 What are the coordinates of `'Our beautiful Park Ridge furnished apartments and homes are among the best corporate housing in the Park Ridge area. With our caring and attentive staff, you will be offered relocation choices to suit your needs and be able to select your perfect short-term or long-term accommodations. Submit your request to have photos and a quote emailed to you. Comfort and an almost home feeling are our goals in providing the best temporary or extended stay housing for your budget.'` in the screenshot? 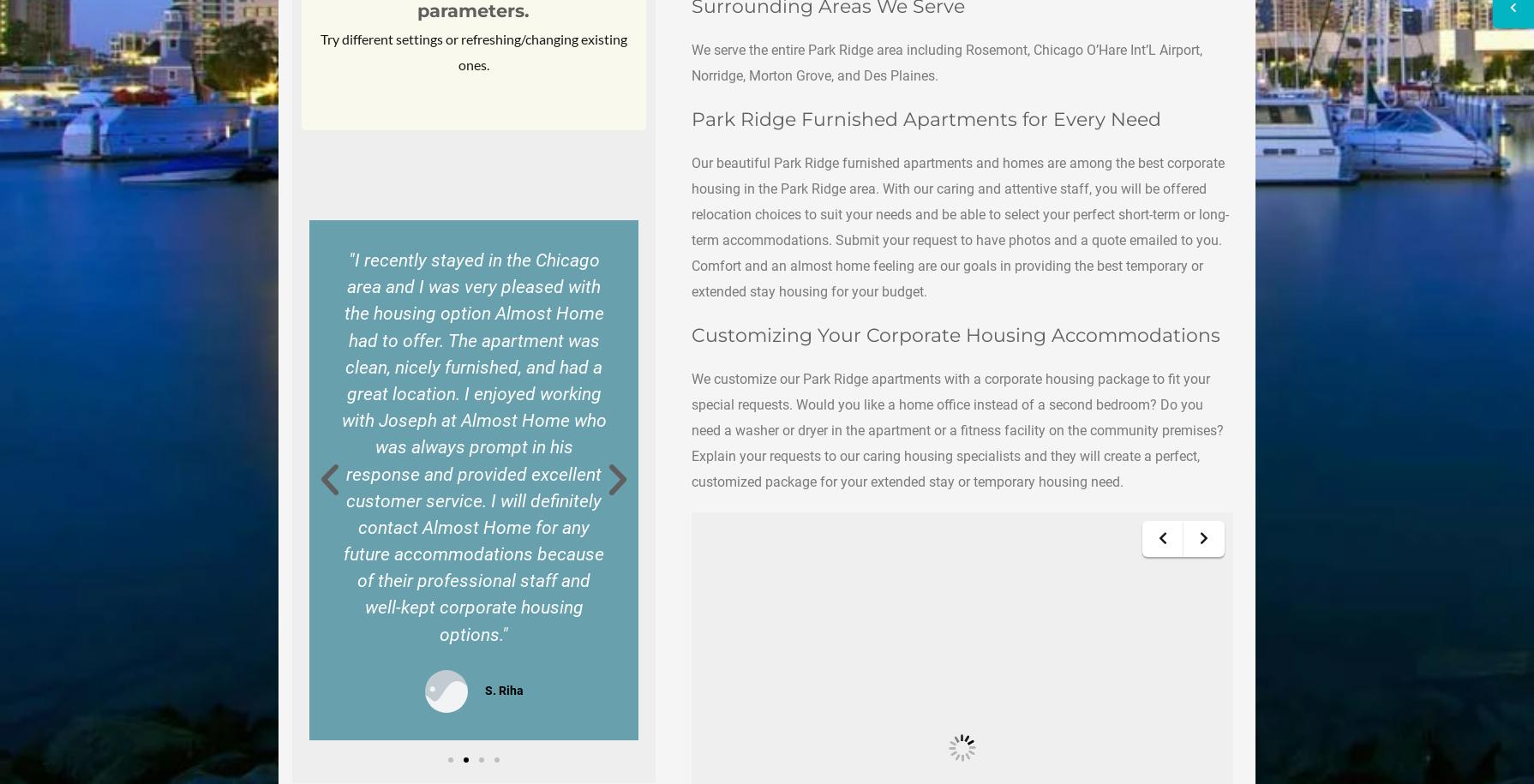 It's located at (690, 225).